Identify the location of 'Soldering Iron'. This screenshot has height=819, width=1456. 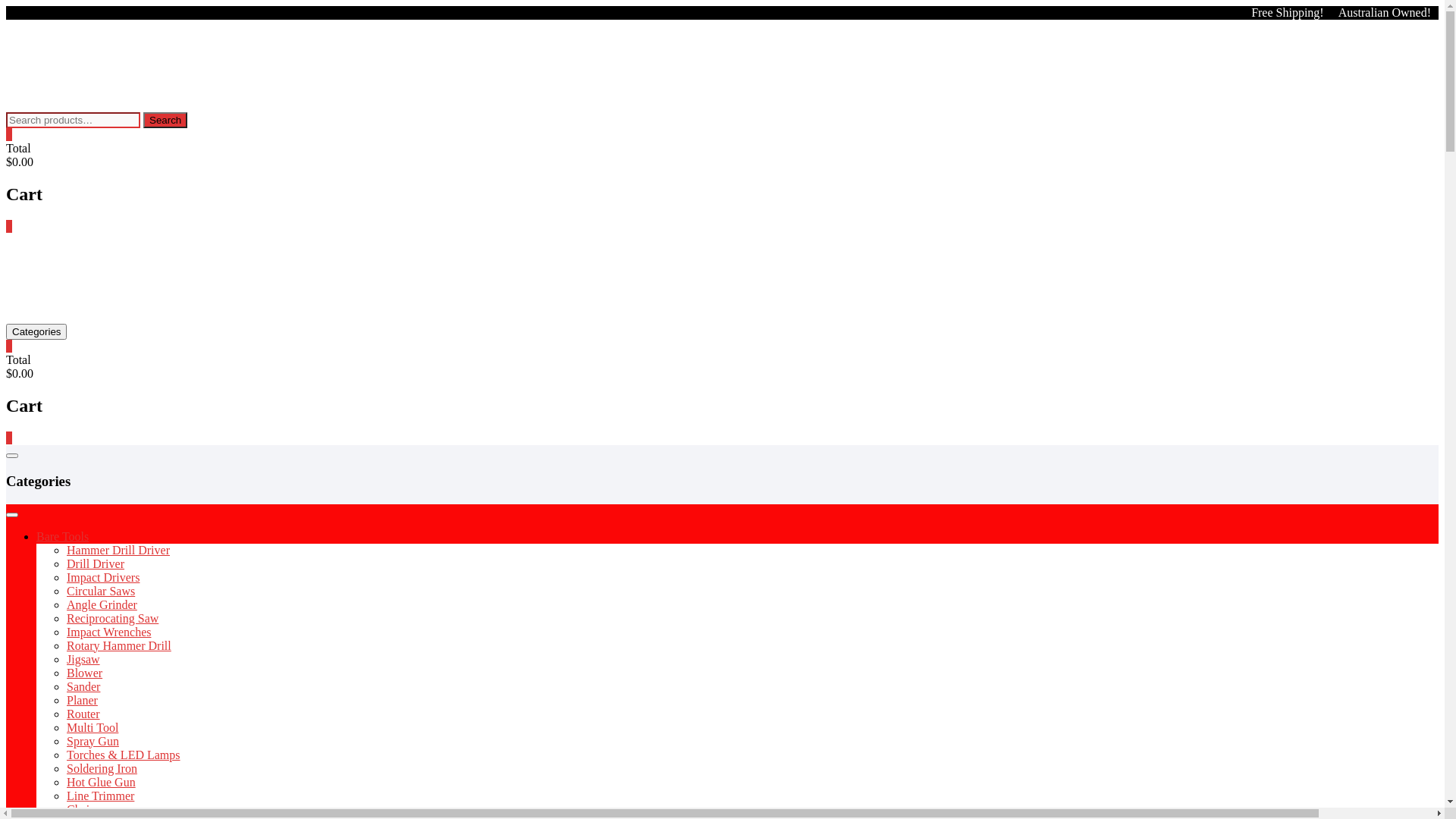
(65, 768).